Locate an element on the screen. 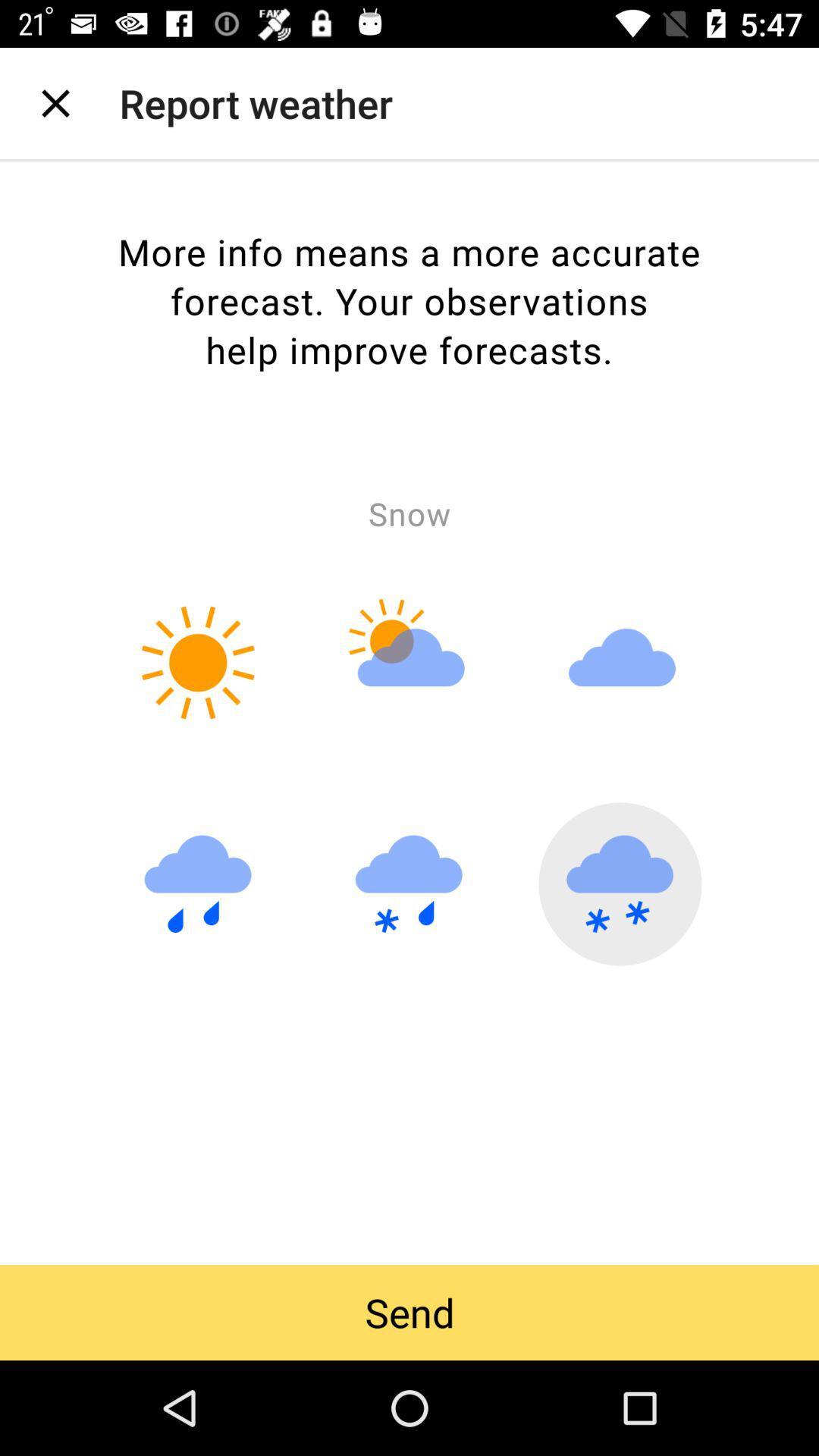 This screenshot has width=819, height=1456. the item next to the report weather item is located at coordinates (55, 102).